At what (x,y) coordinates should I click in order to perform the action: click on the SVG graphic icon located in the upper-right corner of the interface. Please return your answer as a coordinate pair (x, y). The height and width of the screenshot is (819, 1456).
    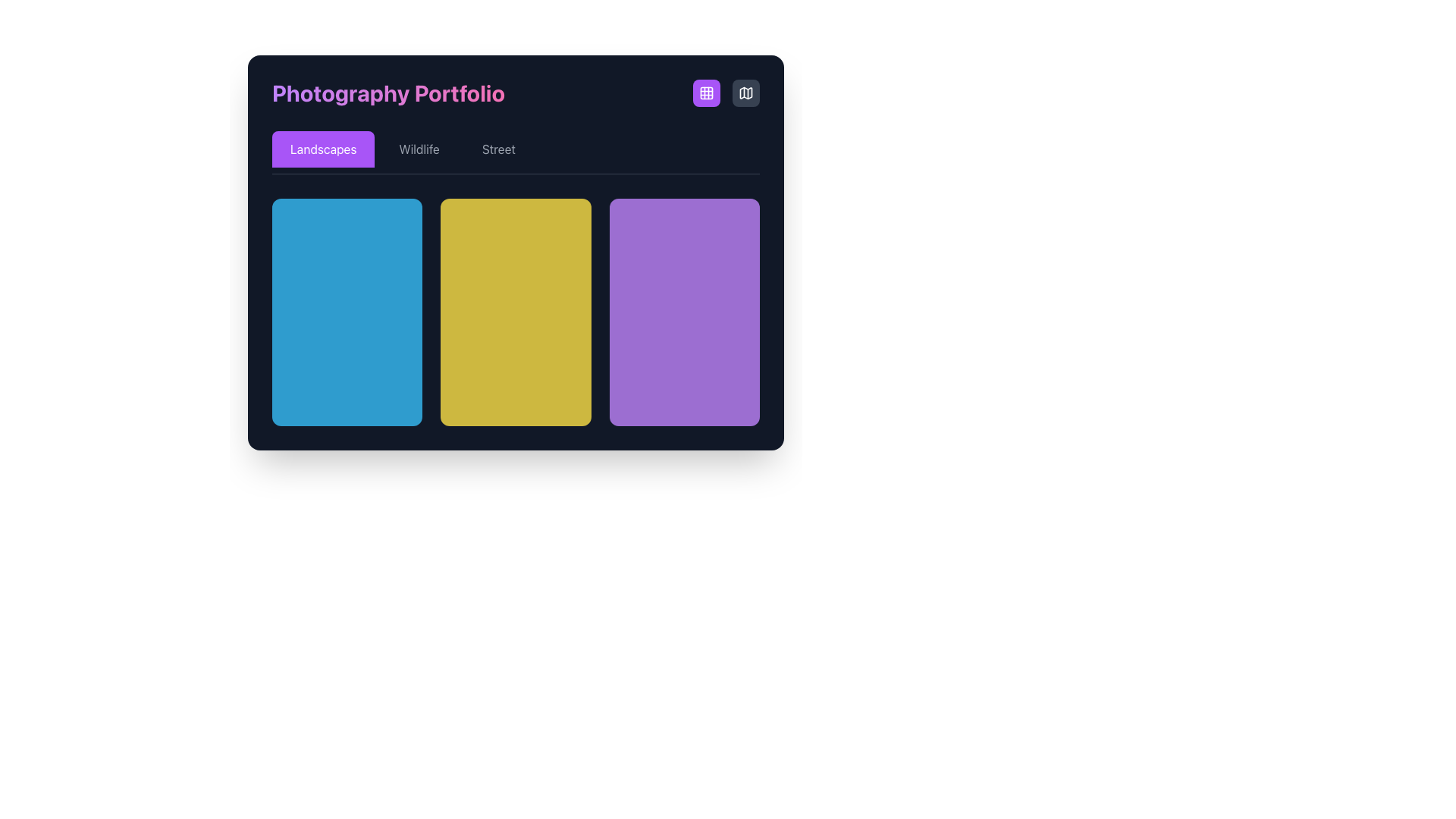
    Looking at the image, I should click on (745, 93).